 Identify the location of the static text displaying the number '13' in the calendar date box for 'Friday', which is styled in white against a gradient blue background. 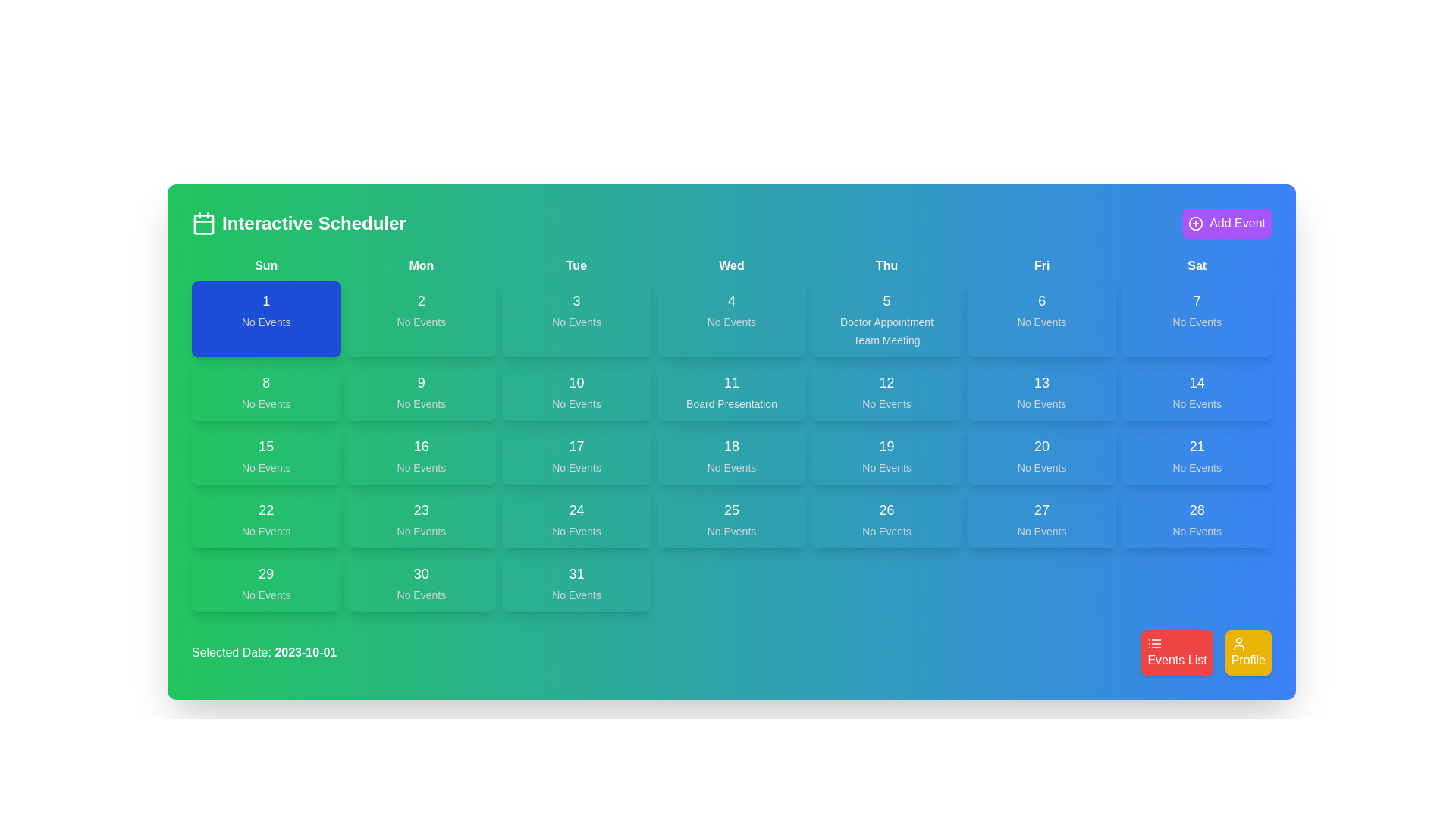
(1041, 382).